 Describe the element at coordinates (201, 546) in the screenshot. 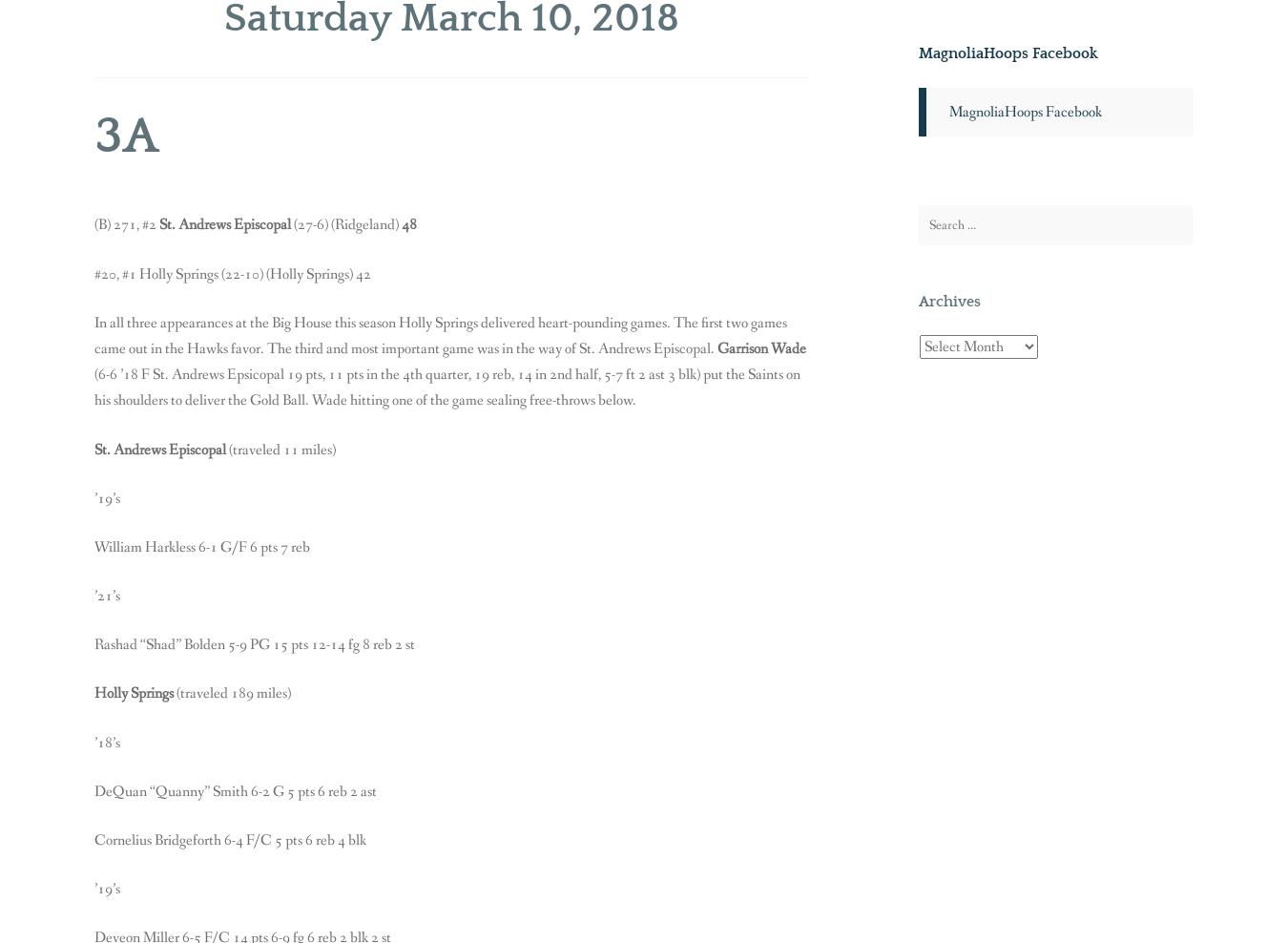

I see `'William Harkless 6-1 G/F 6 pts 7 reb'` at that location.